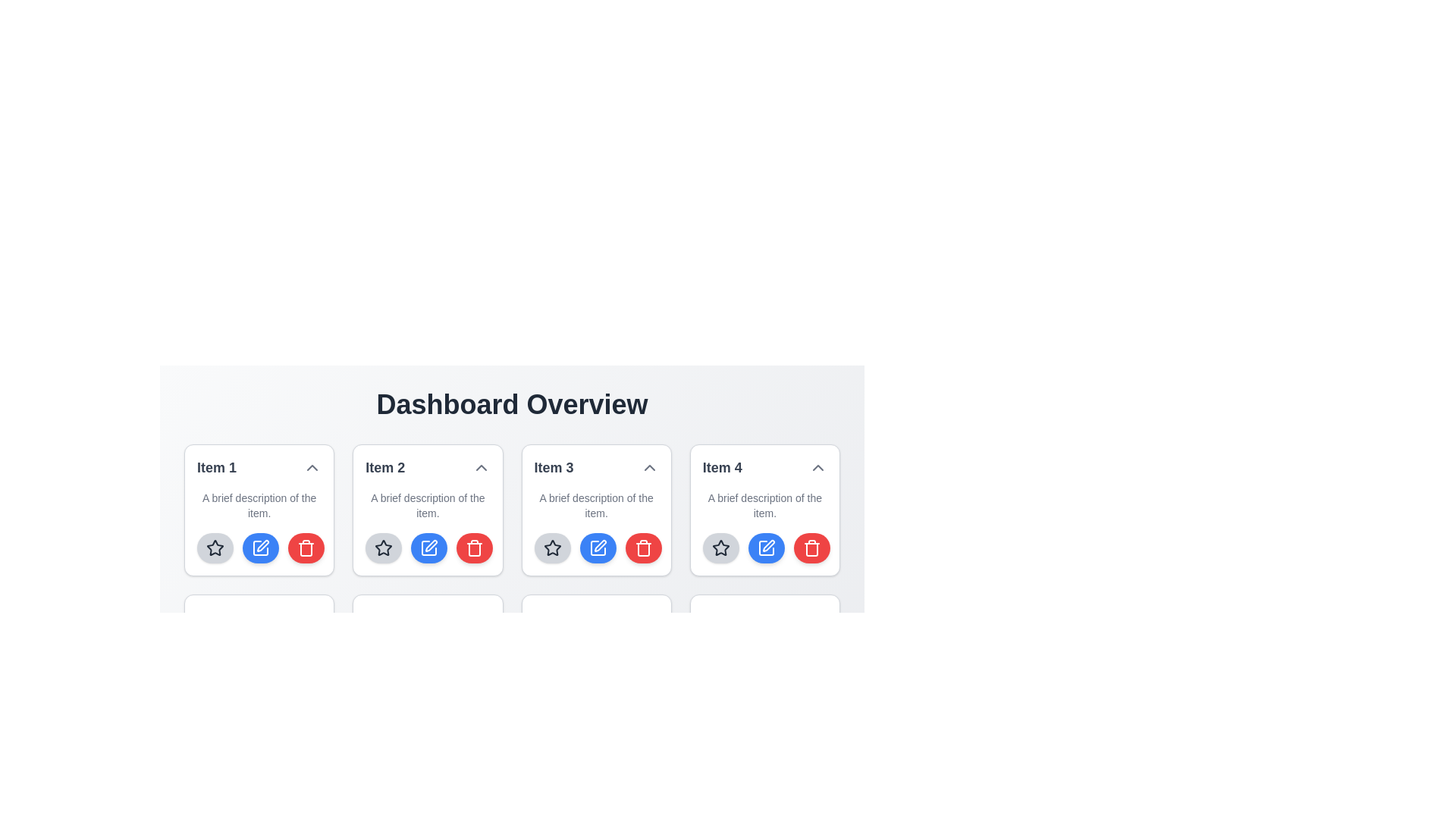 The height and width of the screenshot is (819, 1456). What do you see at coordinates (766, 548) in the screenshot?
I see `the icon button resembling a square with a missing bottom-right corner, located to the right of the star icon and to the left of the trash bin icon within the item card labeled 'Item 4', to initiate an edit action` at bounding box center [766, 548].